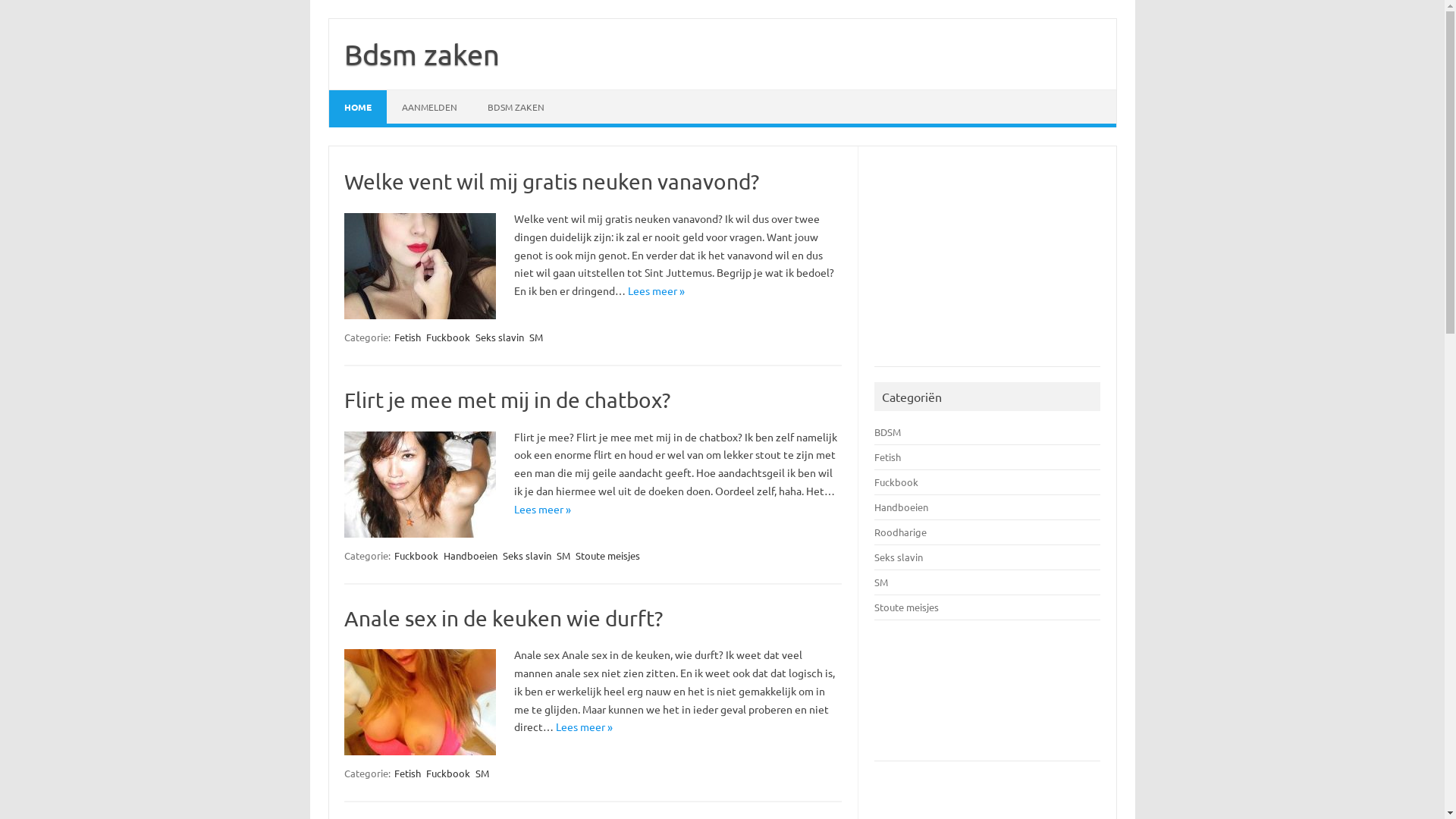  Describe the element at coordinates (428, 106) in the screenshot. I see `'AANMELDEN'` at that location.